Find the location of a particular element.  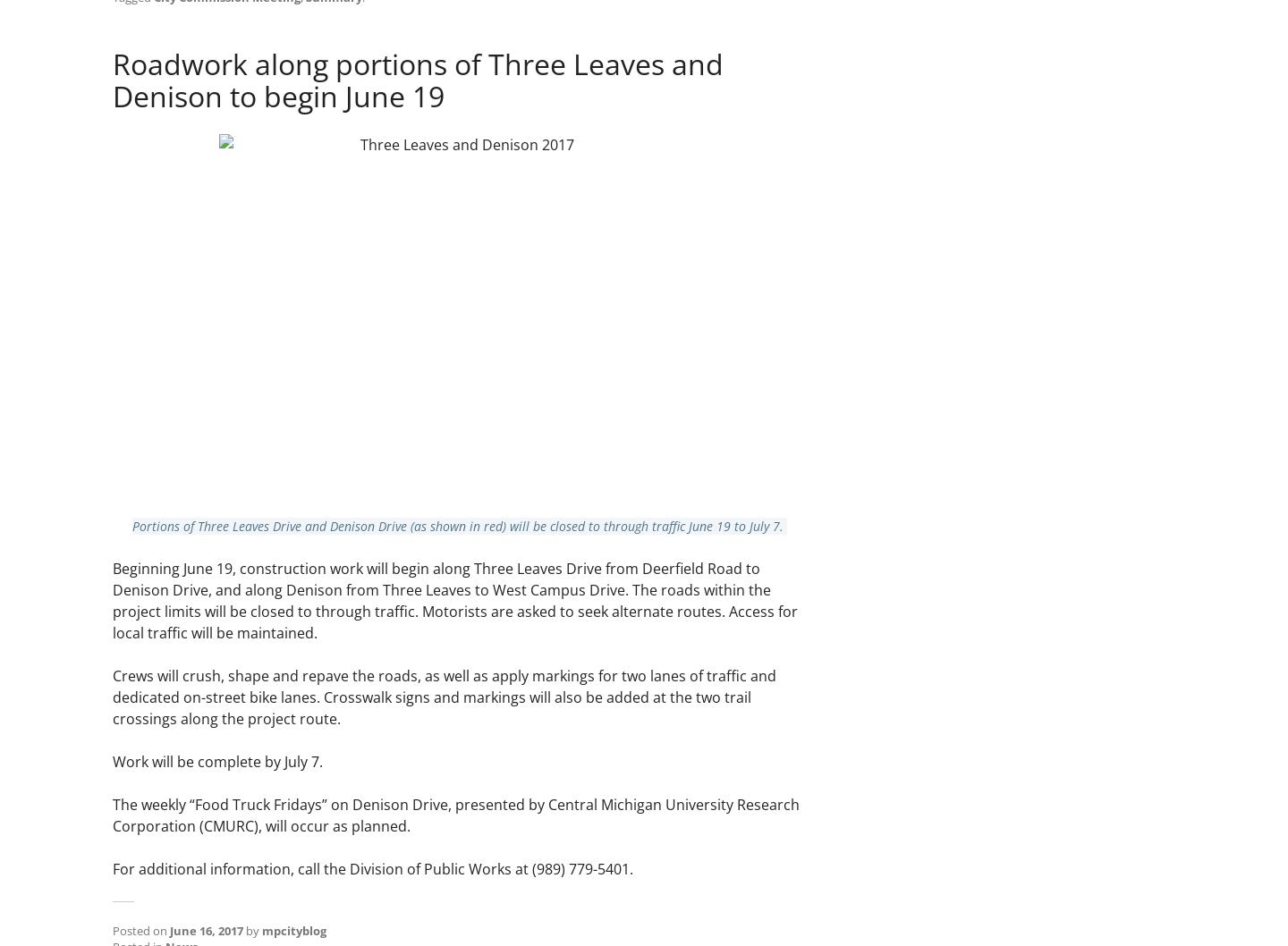

'Portions of Three Leaves Drive and Denison Drive (as shown in red) will be closed to through traffic June 19 to July 7.' is located at coordinates (458, 525).